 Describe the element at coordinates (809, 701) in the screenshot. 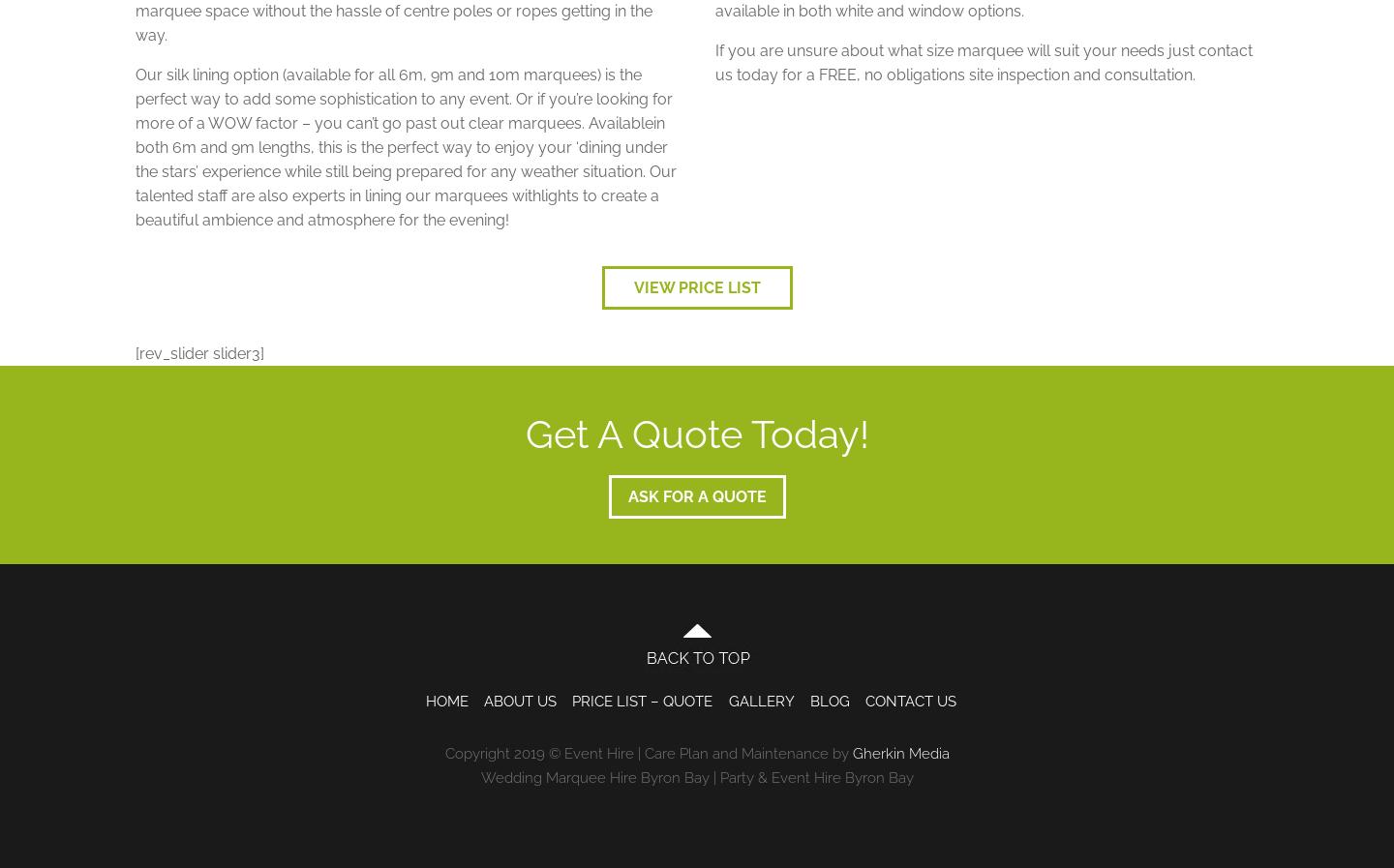

I see `'BLOG'` at that location.